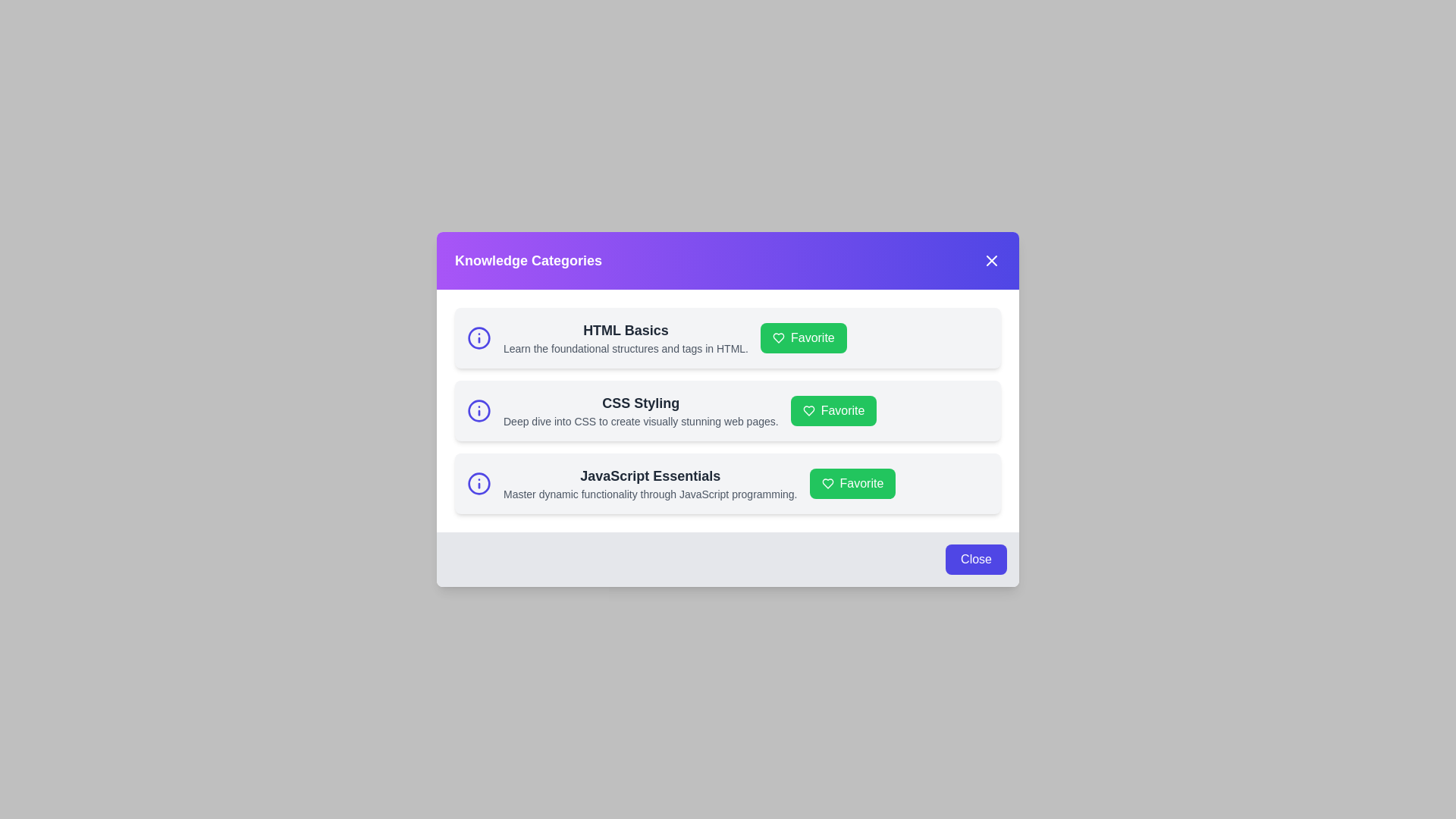 The height and width of the screenshot is (819, 1456). I want to click on the Text block with a title and description that represents a course or topic related to CSS Styling, located in the second card between 'HTML Basics' and 'JavaScript Essentials', so click(641, 411).